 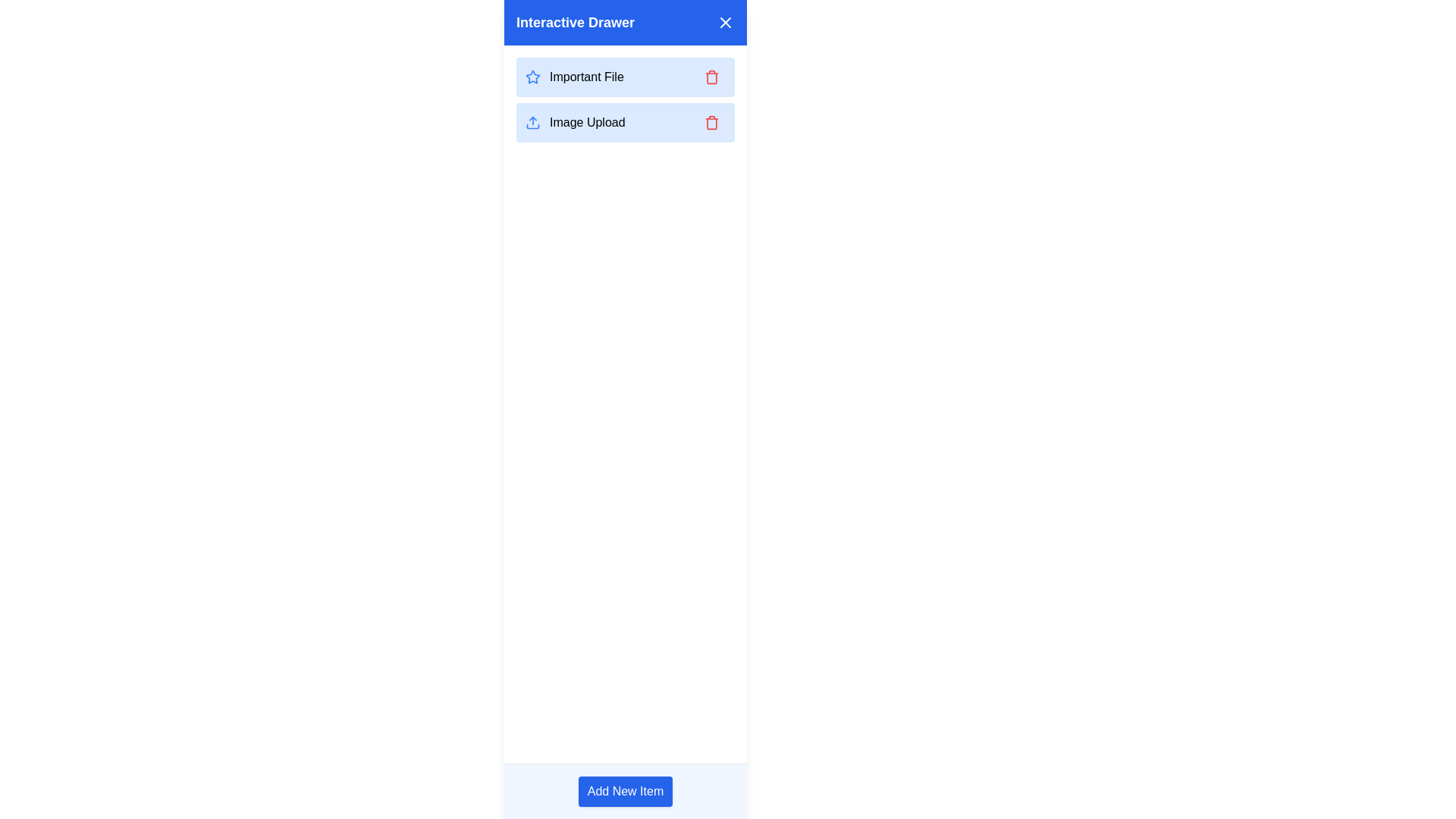 What do you see at coordinates (532, 77) in the screenshot?
I see `the star icon located inside the 'Important File' entry in the interactive drawer` at bounding box center [532, 77].